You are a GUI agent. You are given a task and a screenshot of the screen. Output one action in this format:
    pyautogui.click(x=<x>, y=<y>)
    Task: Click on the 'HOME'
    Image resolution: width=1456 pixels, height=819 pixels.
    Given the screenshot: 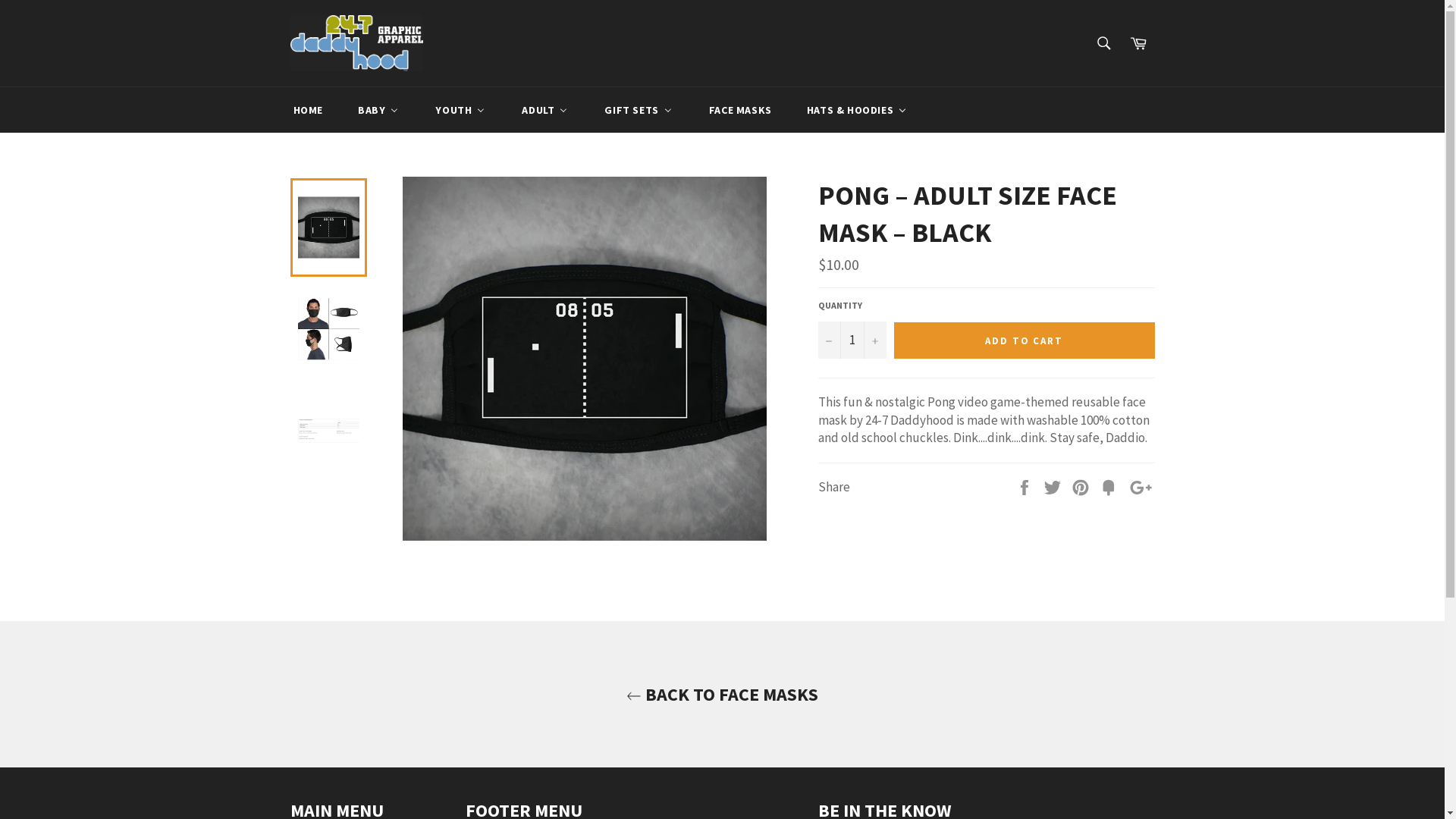 What is the action you would take?
    pyautogui.click(x=274, y=109)
    